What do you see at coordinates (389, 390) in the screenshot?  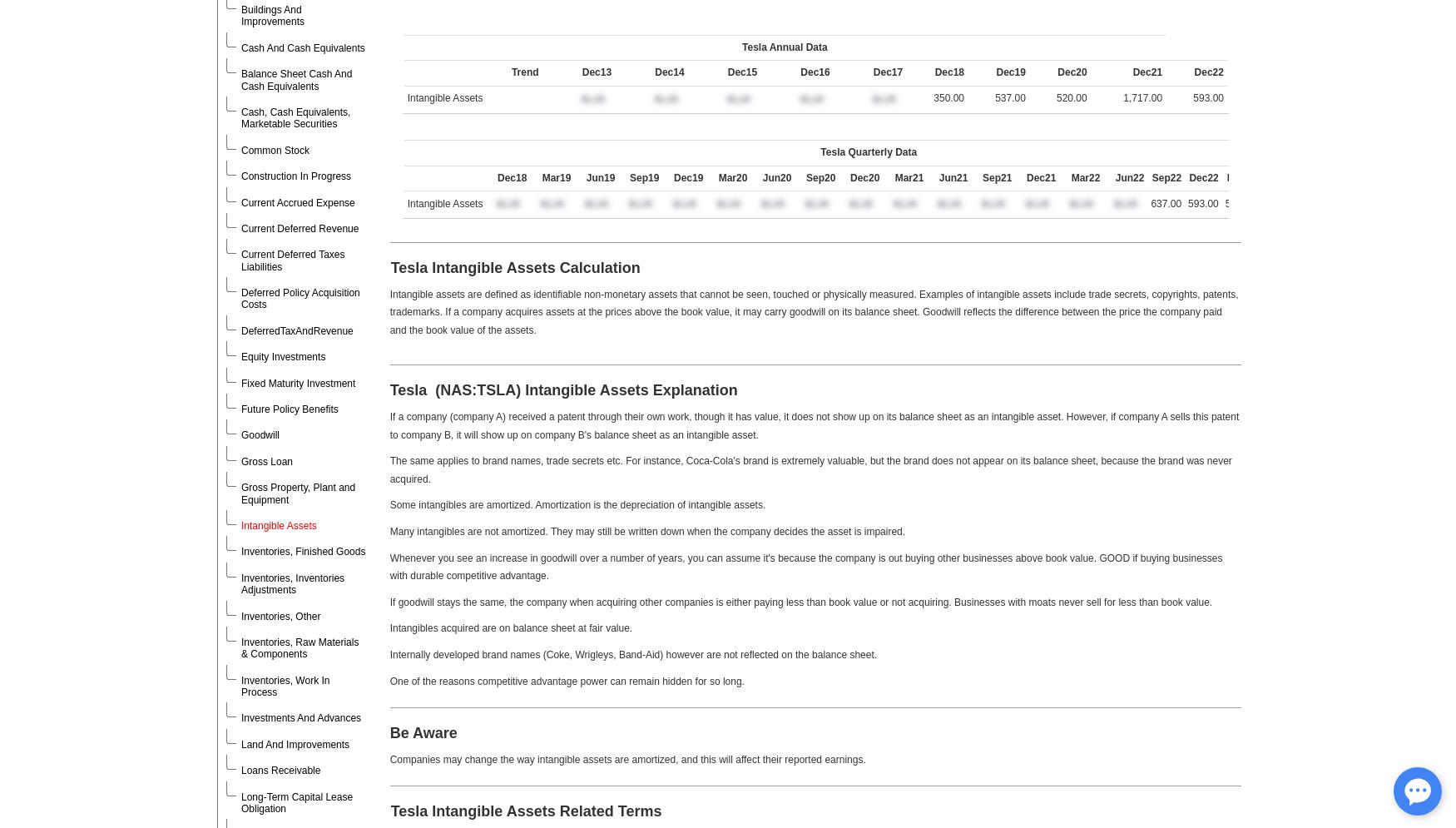 I see `'Tesla  (NAS:TSLA)'` at bounding box center [389, 390].